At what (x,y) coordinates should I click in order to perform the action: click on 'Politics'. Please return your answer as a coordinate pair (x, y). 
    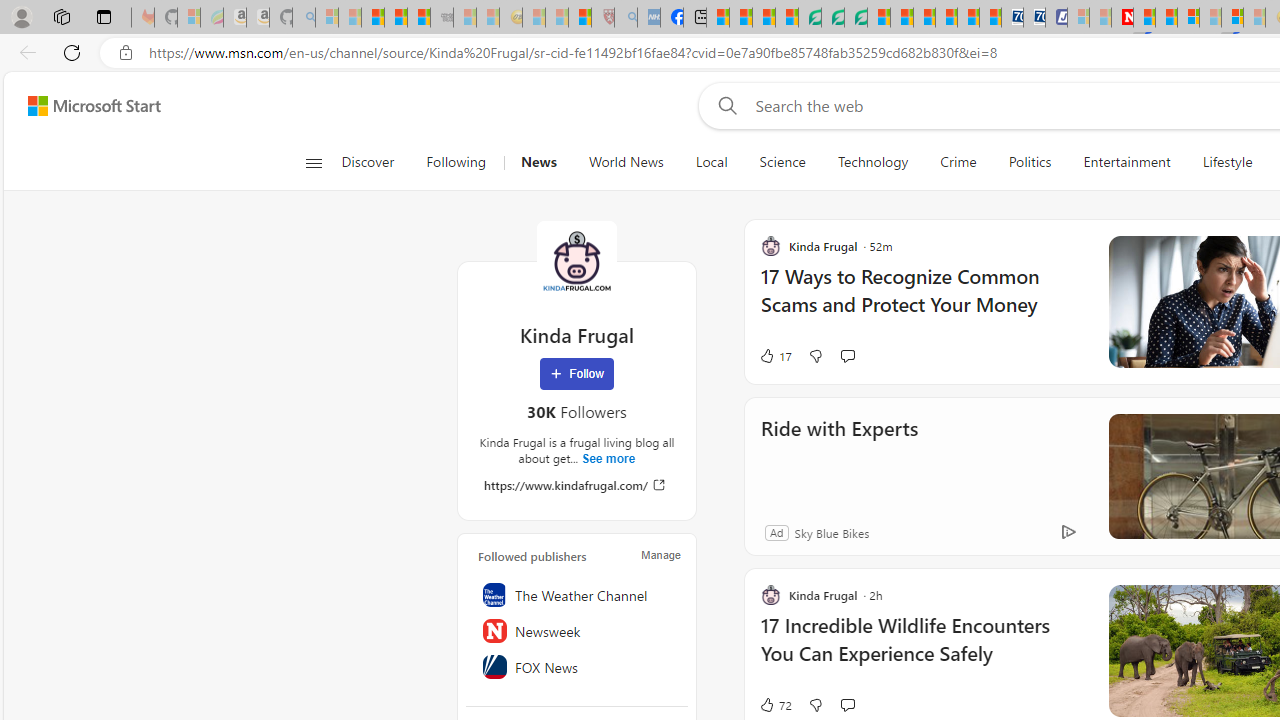
    Looking at the image, I should click on (1029, 162).